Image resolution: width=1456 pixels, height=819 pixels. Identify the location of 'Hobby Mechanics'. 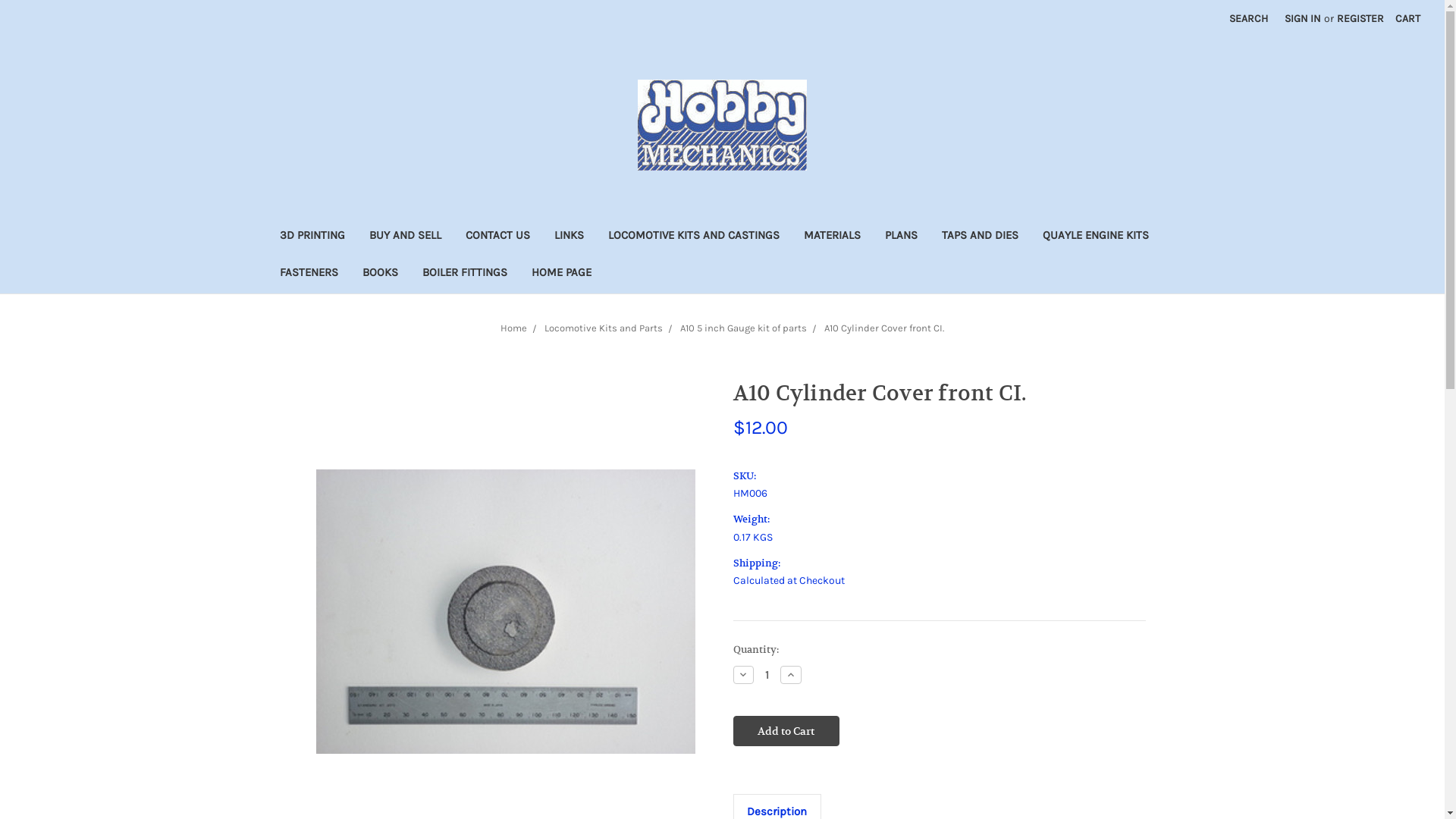
(721, 124).